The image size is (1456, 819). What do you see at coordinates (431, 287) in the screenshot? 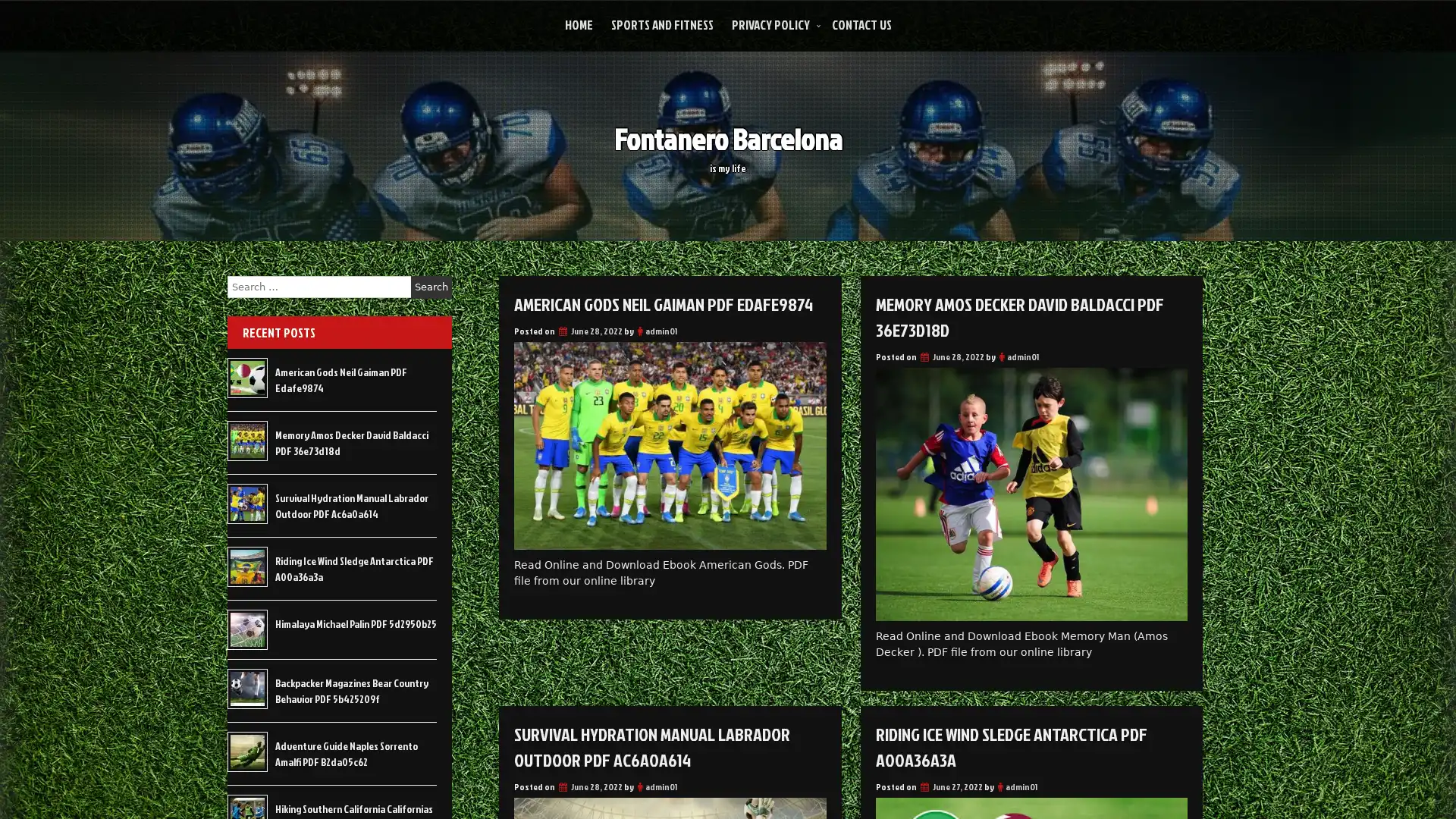
I see `Search` at bounding box center [431, 287].